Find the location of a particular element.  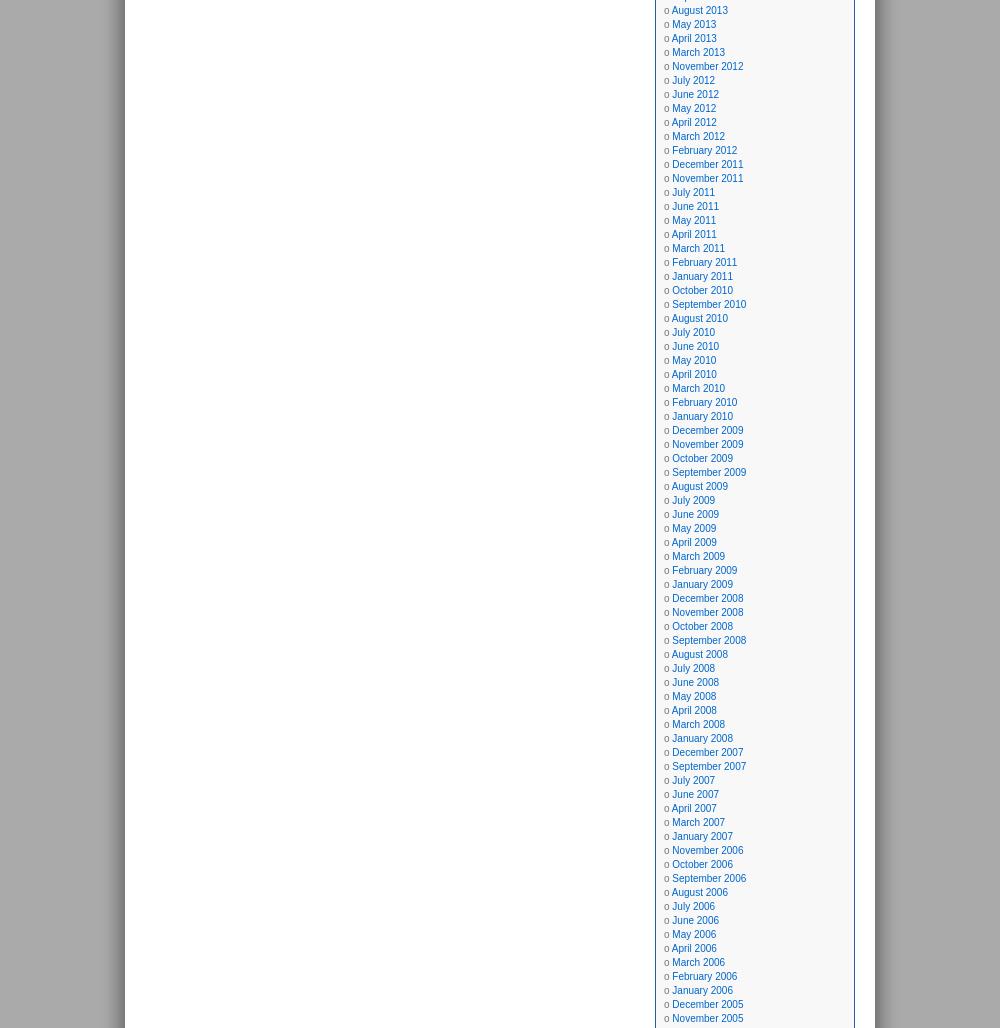

'November 2008' is located at coordinates (672, 611).